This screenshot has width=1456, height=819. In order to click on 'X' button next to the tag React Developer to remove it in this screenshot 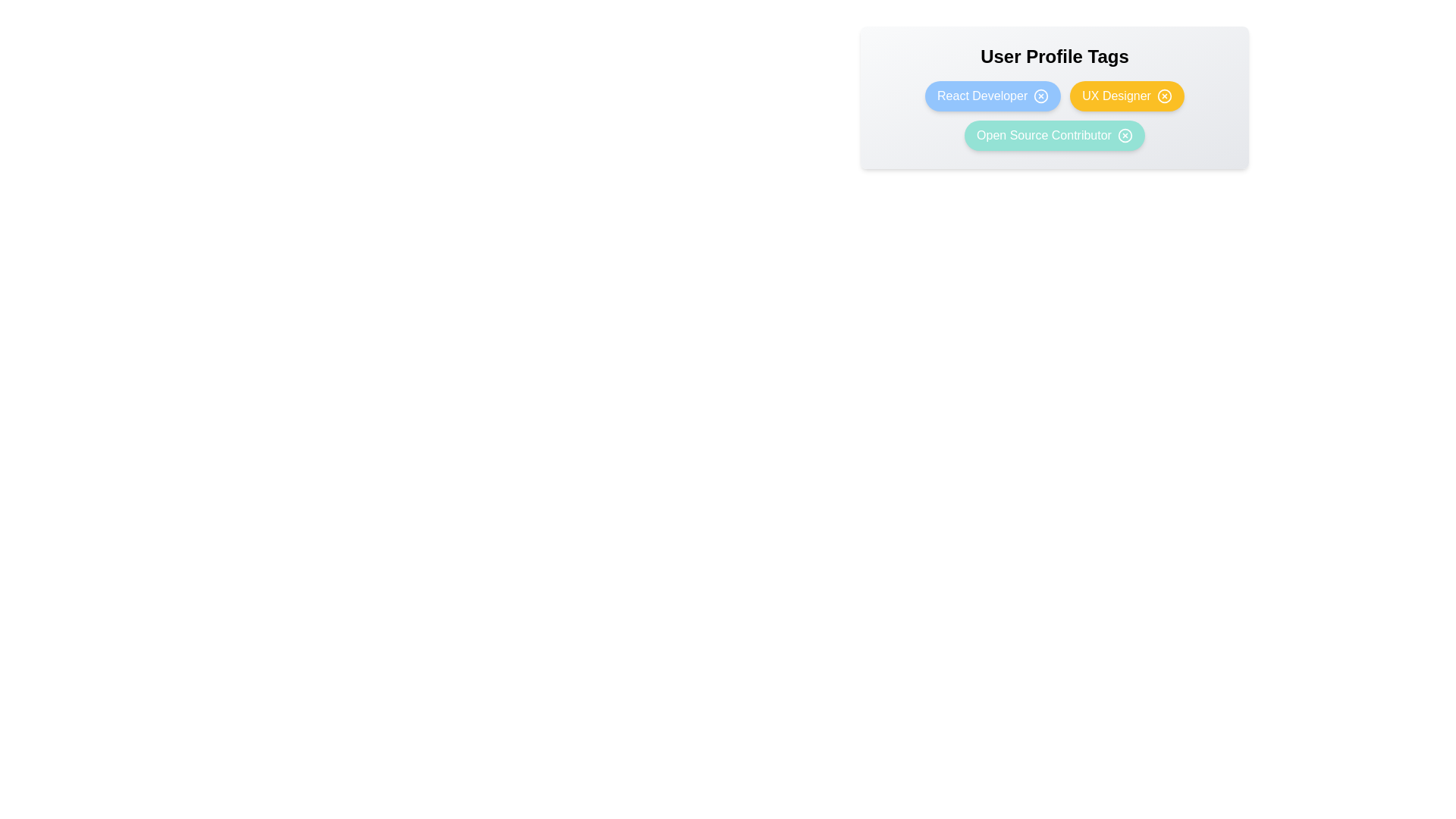, I will do `click(1040, 96)`.